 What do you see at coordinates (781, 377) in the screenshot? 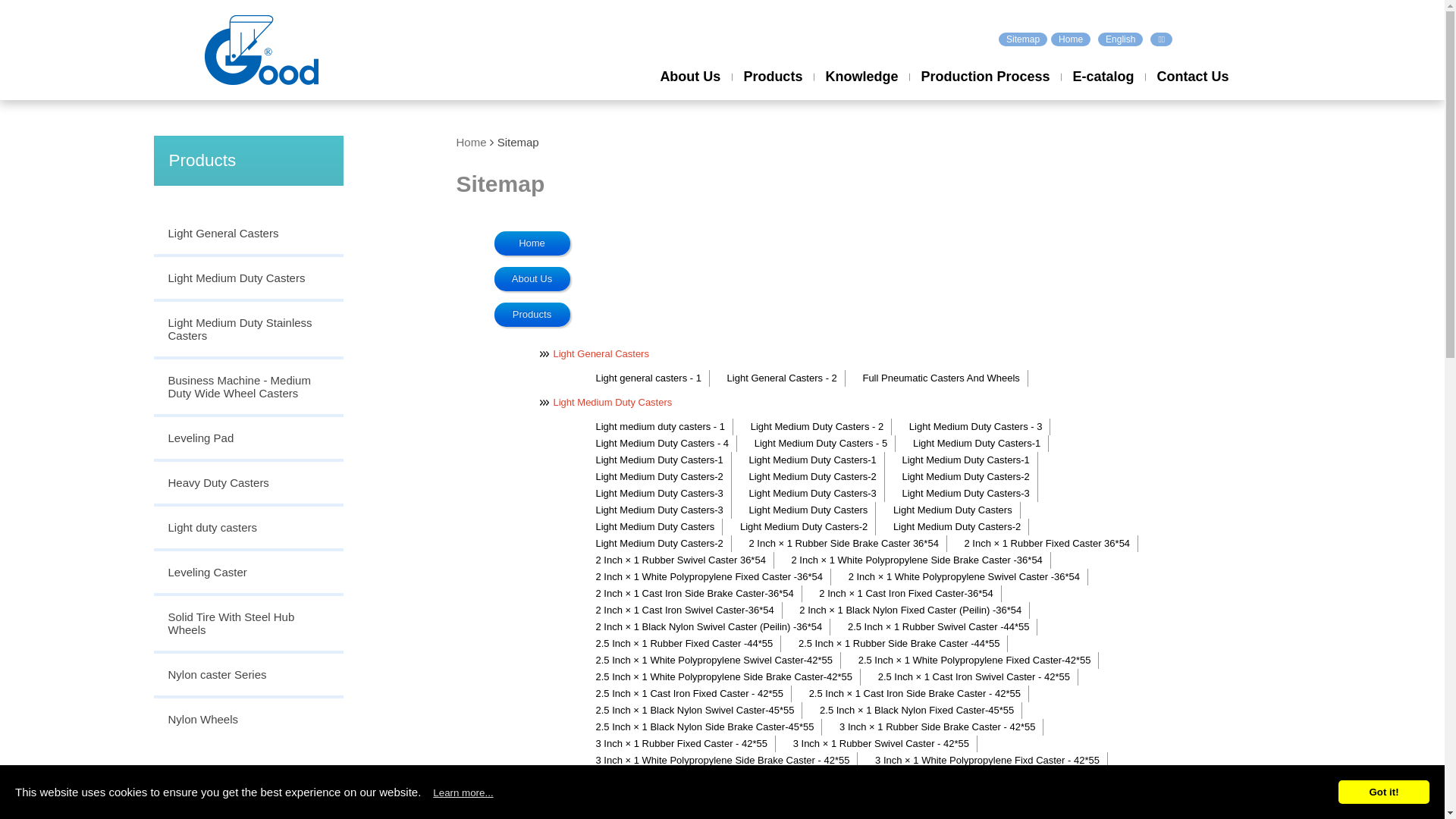
I see `'Light General Casters - 2'` at bounding box center [781, 377].